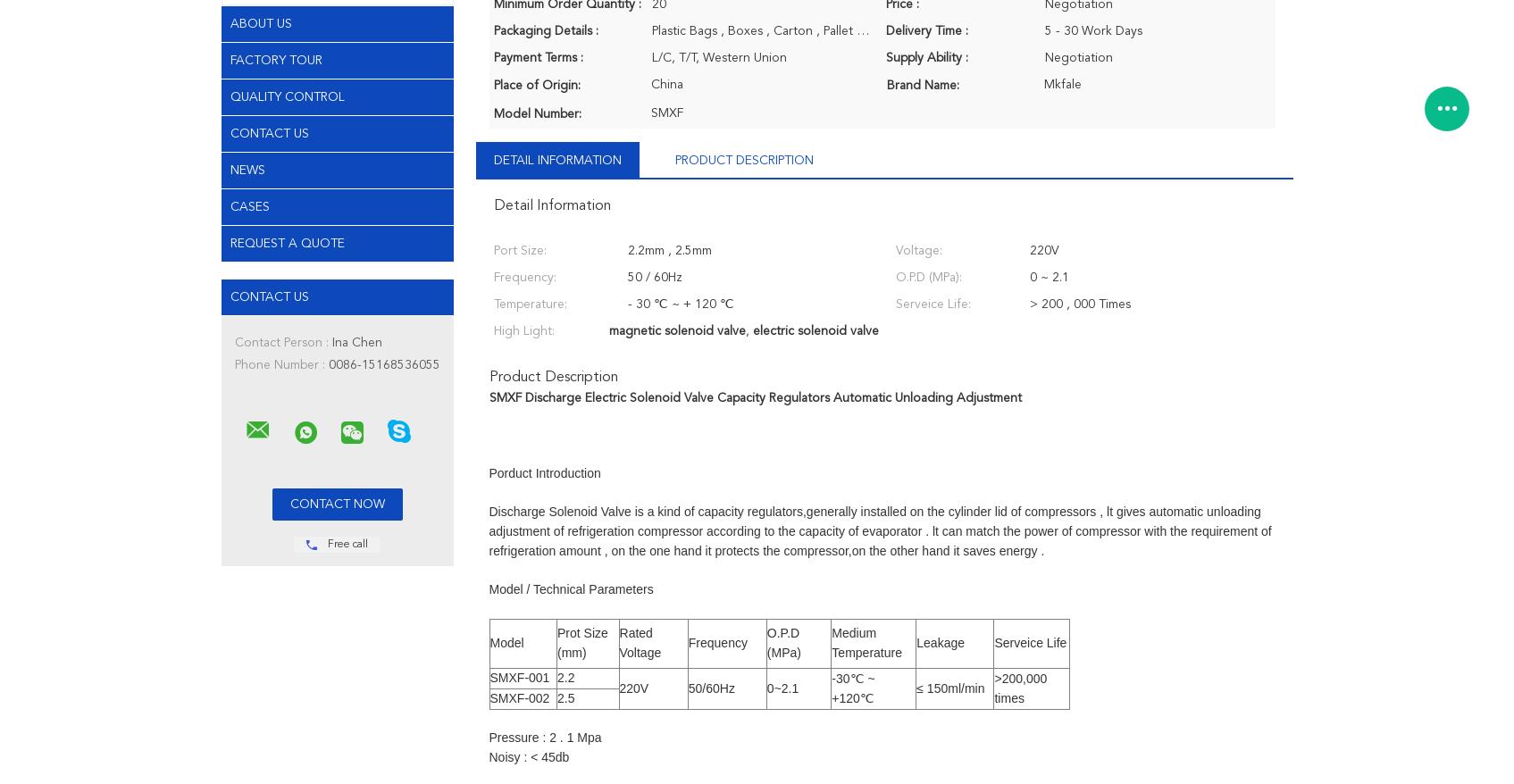 This screenshot has width=1514, height=784. What do you see at coordinates (535, 84) in the screenshot?
I see `'Place of Origin:'` at bounding box center [535, 84].